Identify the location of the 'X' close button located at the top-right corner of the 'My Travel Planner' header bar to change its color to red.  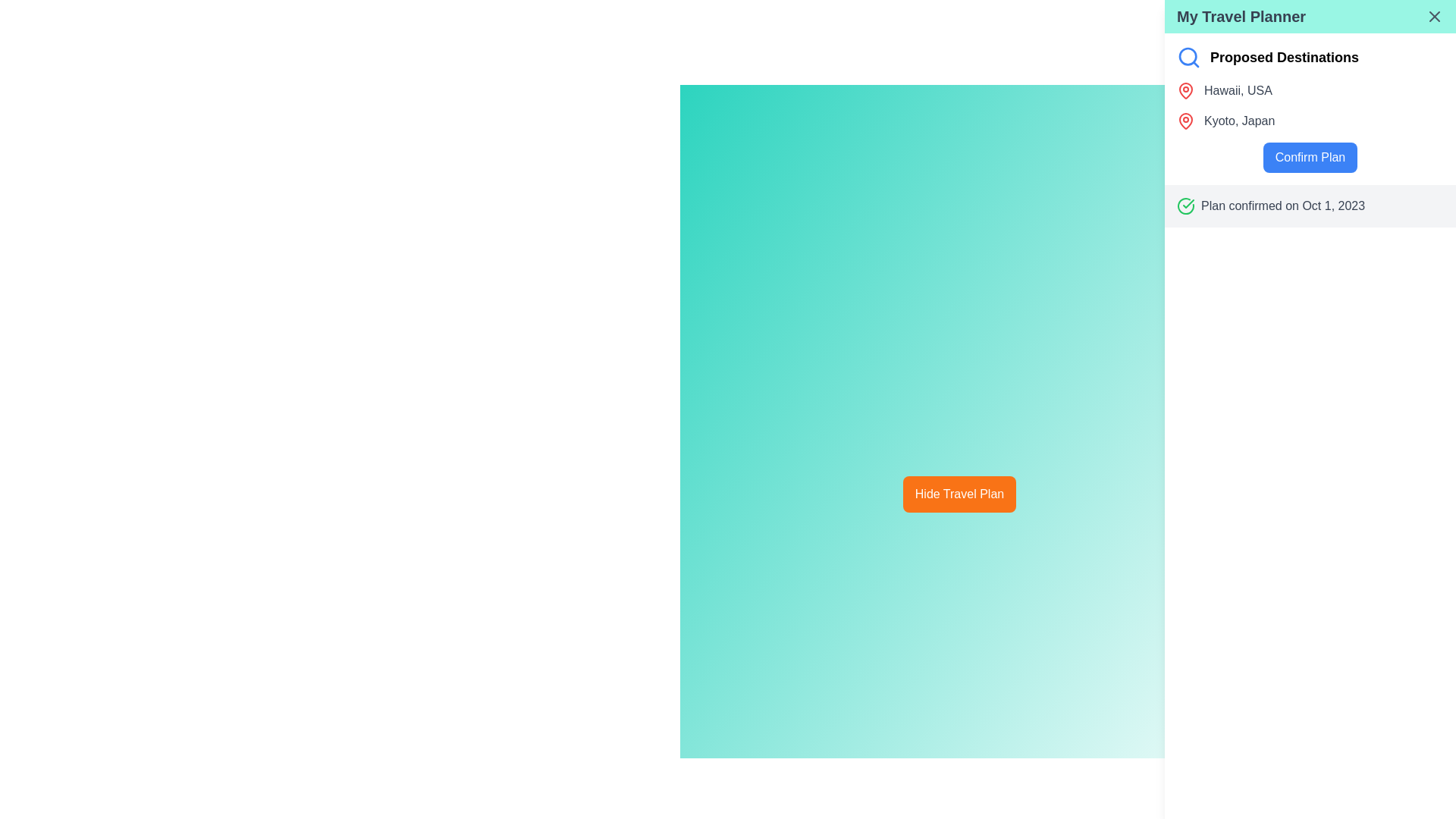
(1433, 17).